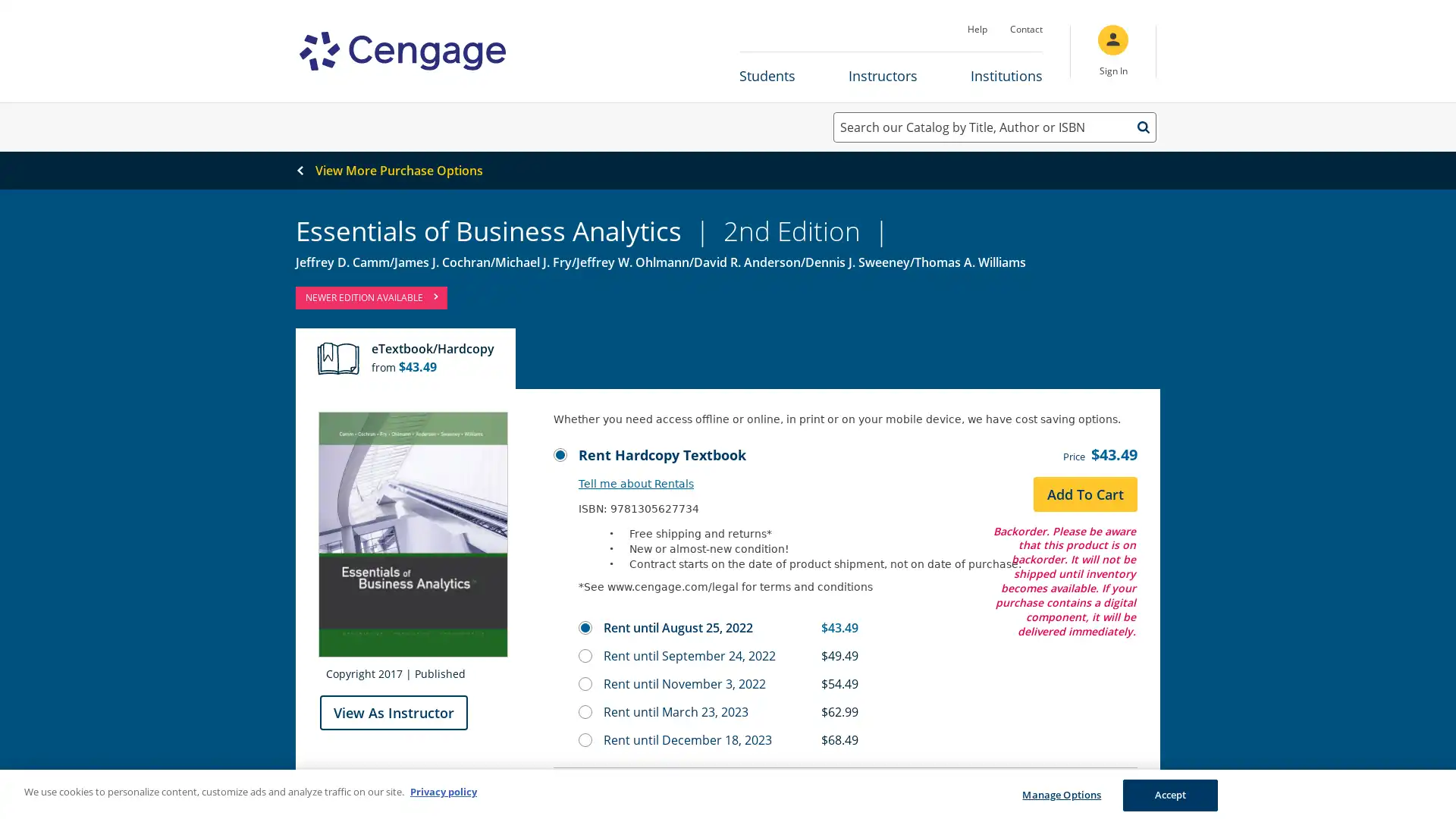 The image size is (1456, 819). Describe the element at coordinates (1169, 795) in the screenshot. I see `Accept` at that location.